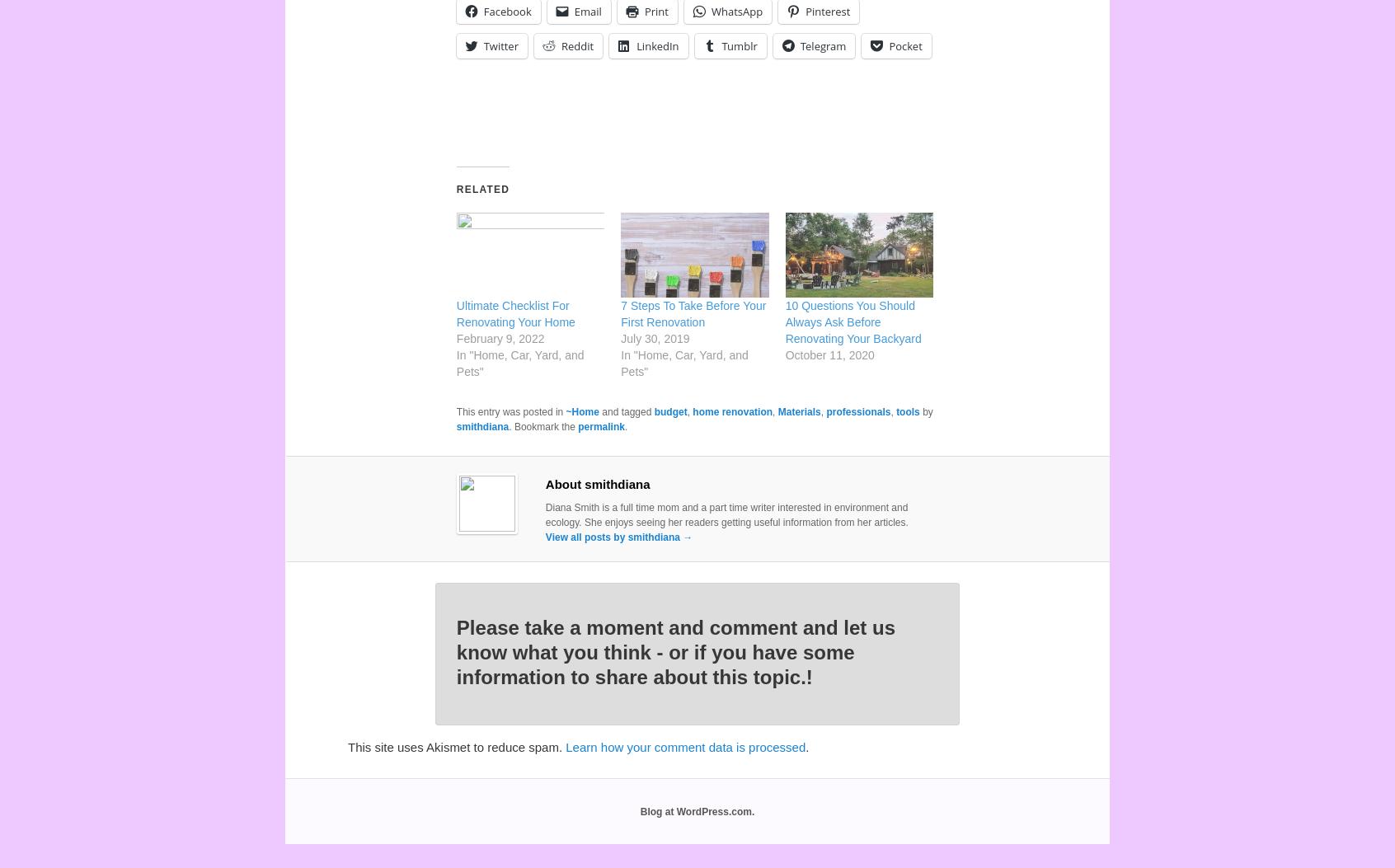  What do you see at coordinates (596, 484) in the screenshot?
I see `'About smithdiana'` at bounding box center [596, 484].